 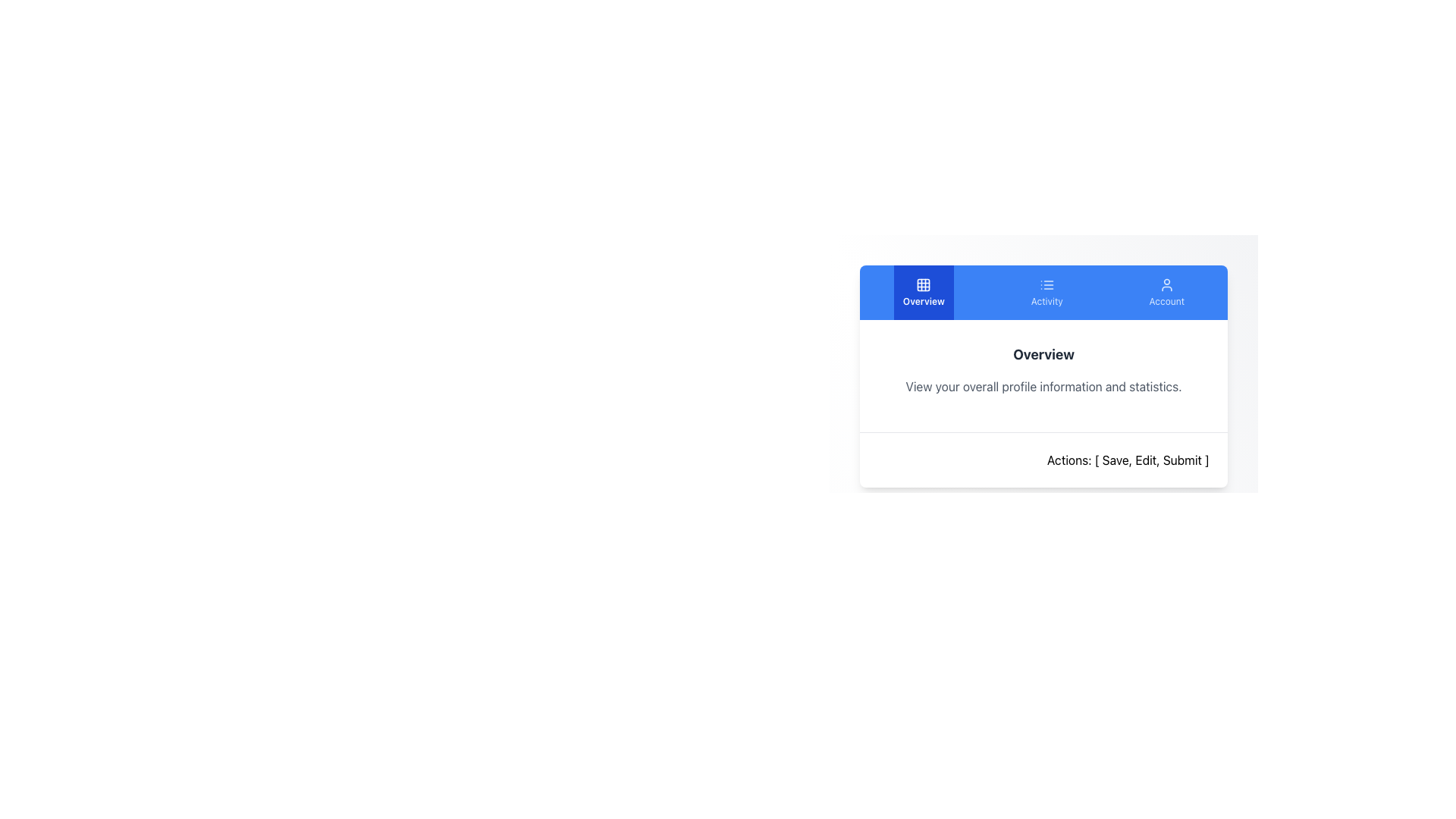 What do you see at coordinates (923, 284) in the screenshot?
I see `the grid icon with rounded corners located in the first tab labeled 'Overview' on a blue background bar` at bounding box center [923, 284].